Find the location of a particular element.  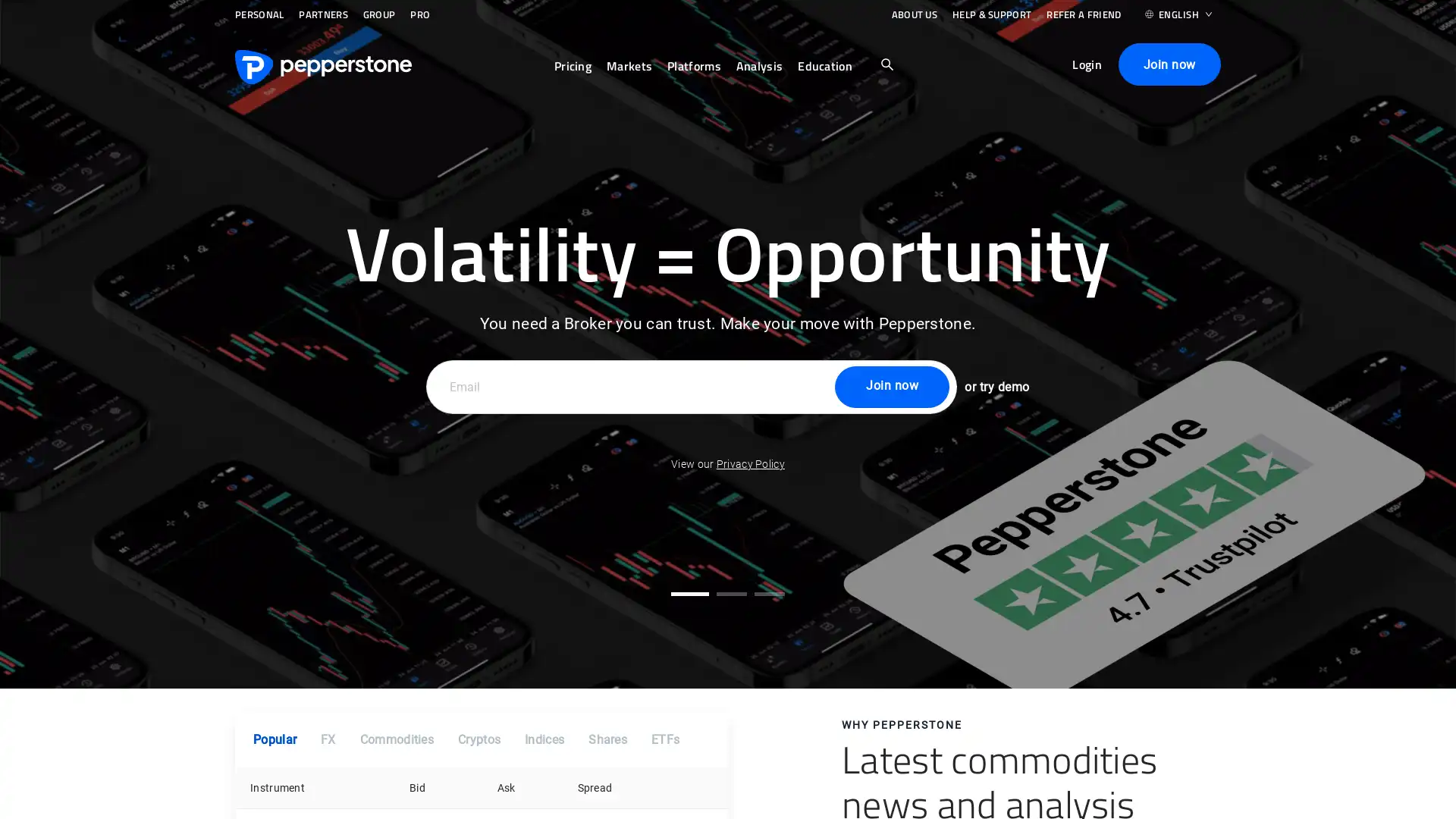

ENGLISH down is located at coordinates (1178, 18).